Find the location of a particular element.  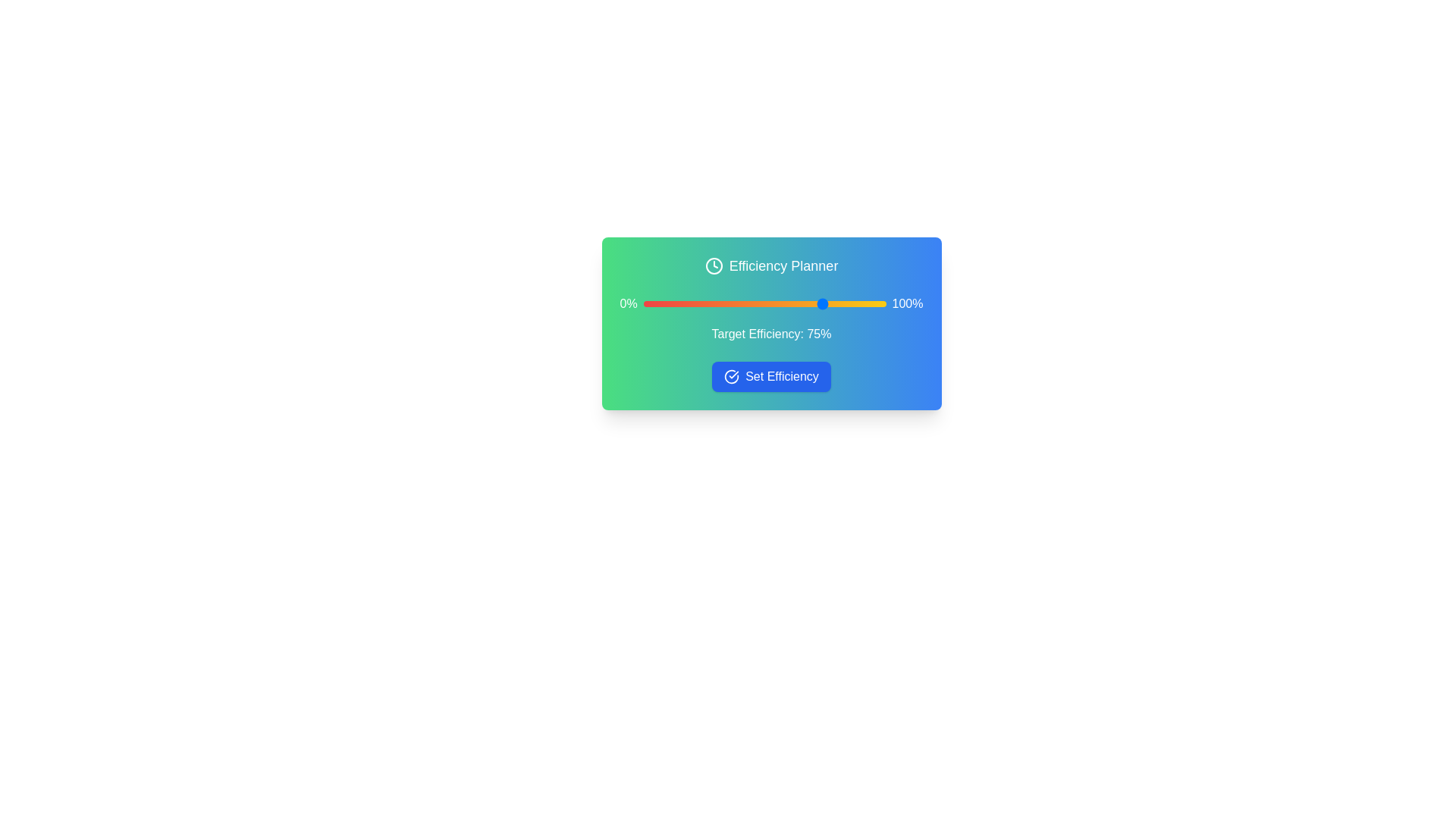

the efficiency slider to set the efficiency to 75% is located at coordinates (824, 304).